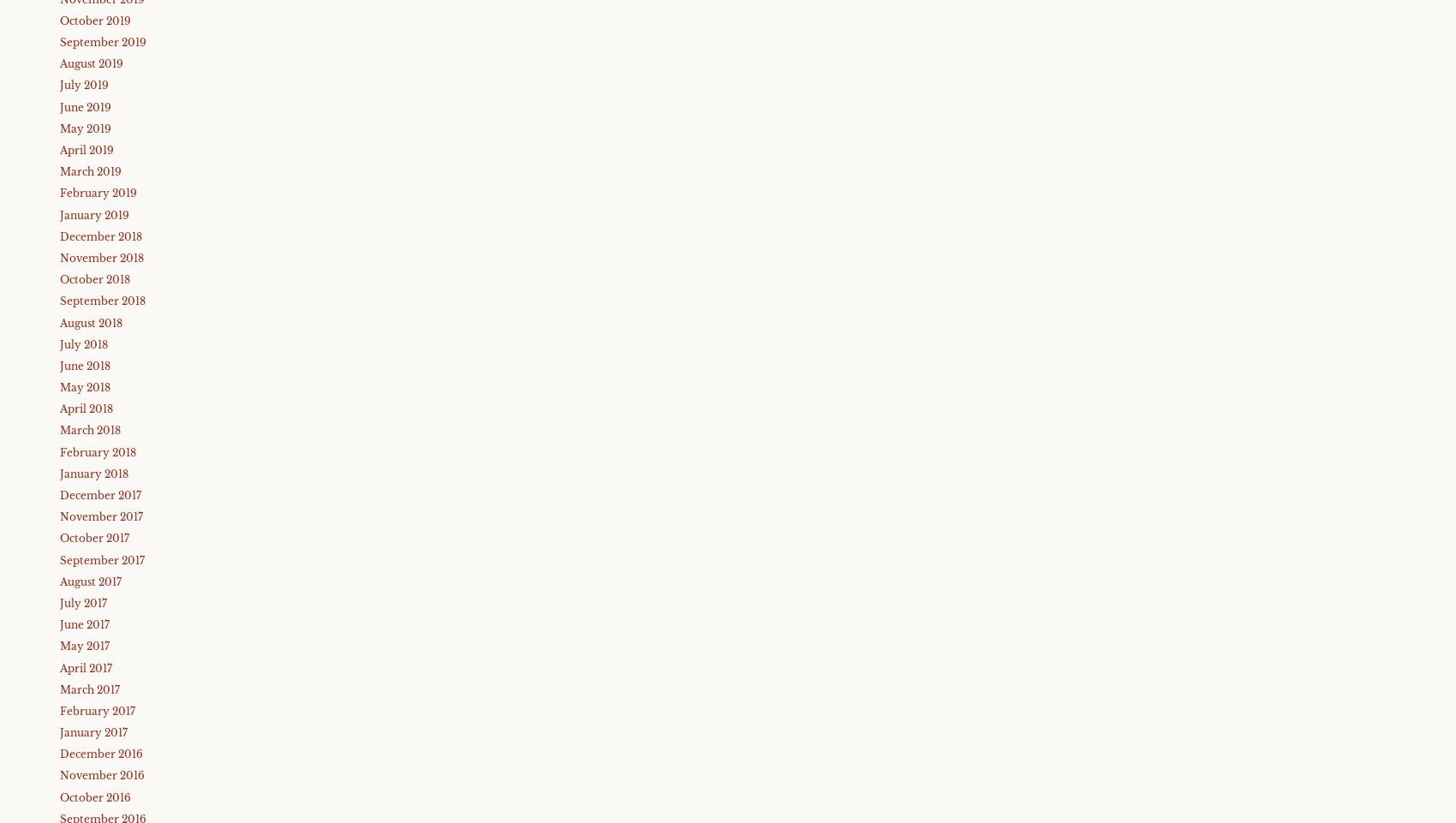 This screenshot has width=1456, height=823. Describe the element at coordinates (100, 753) in the screenshot. I see `'December 2016'` at that location.